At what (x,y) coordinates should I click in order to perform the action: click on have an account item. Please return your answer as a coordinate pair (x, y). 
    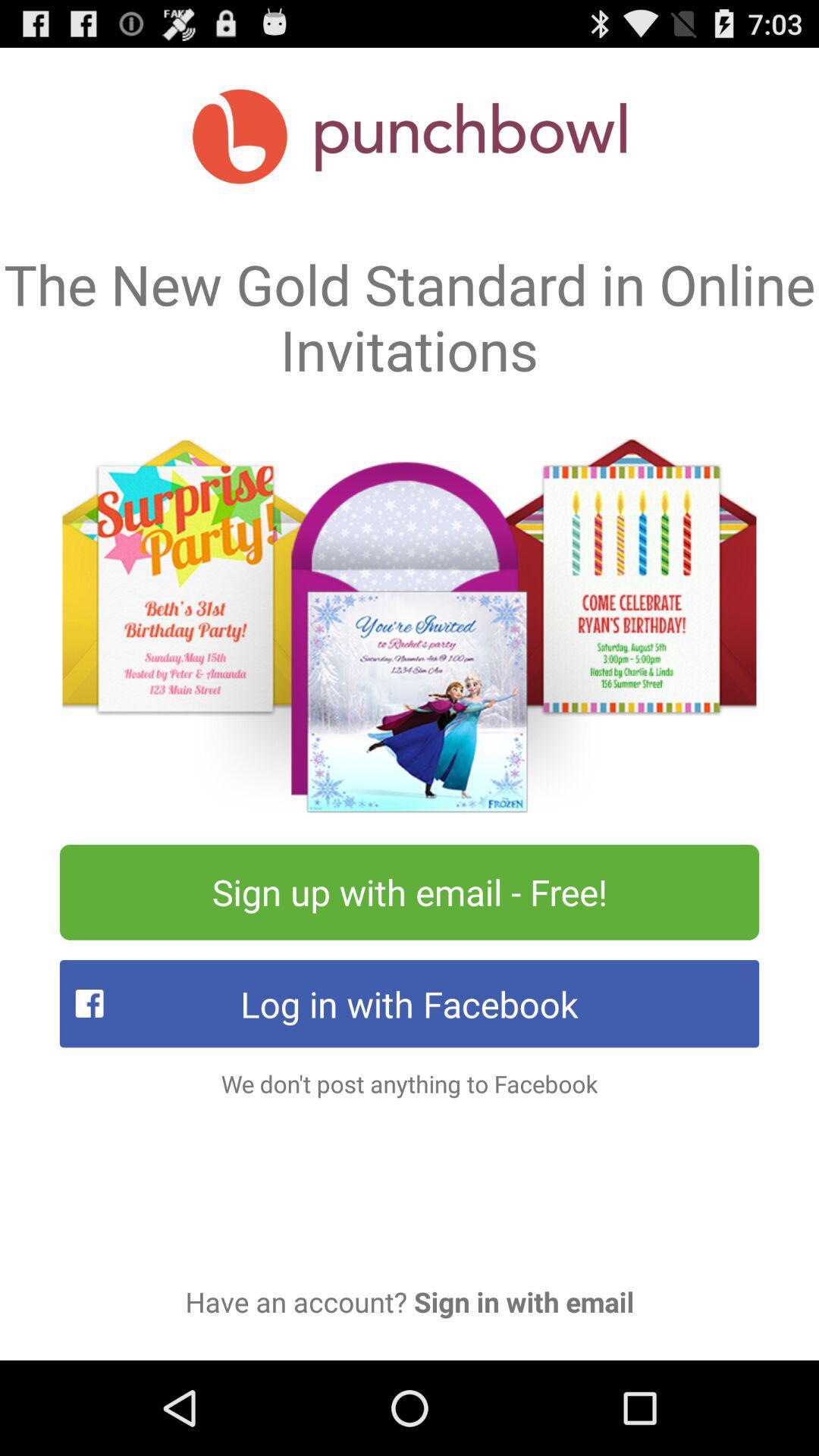
    Looking at the image, I should click on (409, 1301).